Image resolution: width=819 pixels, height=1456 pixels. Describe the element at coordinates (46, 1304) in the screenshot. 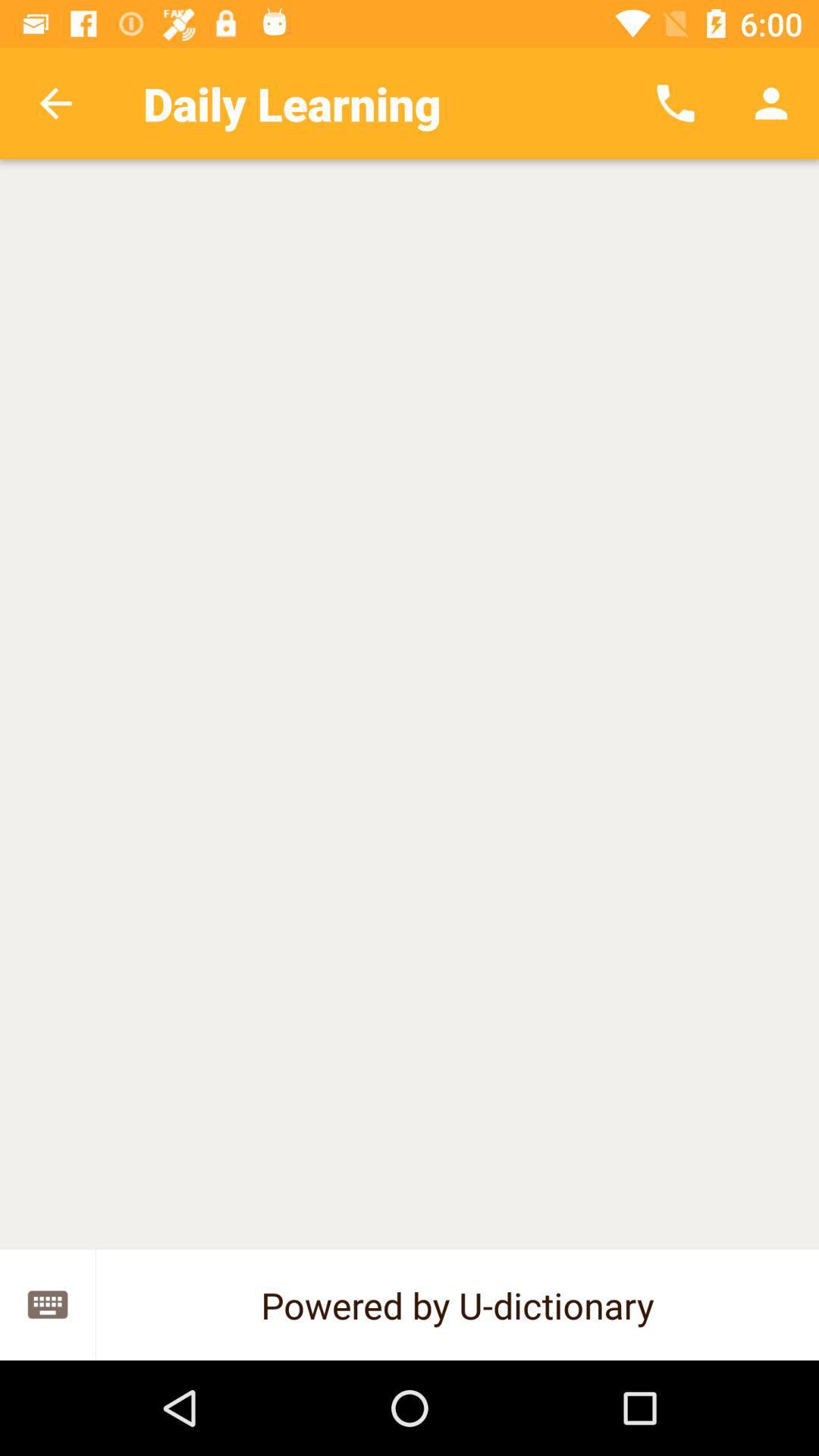

I see `keyboard` at that location.